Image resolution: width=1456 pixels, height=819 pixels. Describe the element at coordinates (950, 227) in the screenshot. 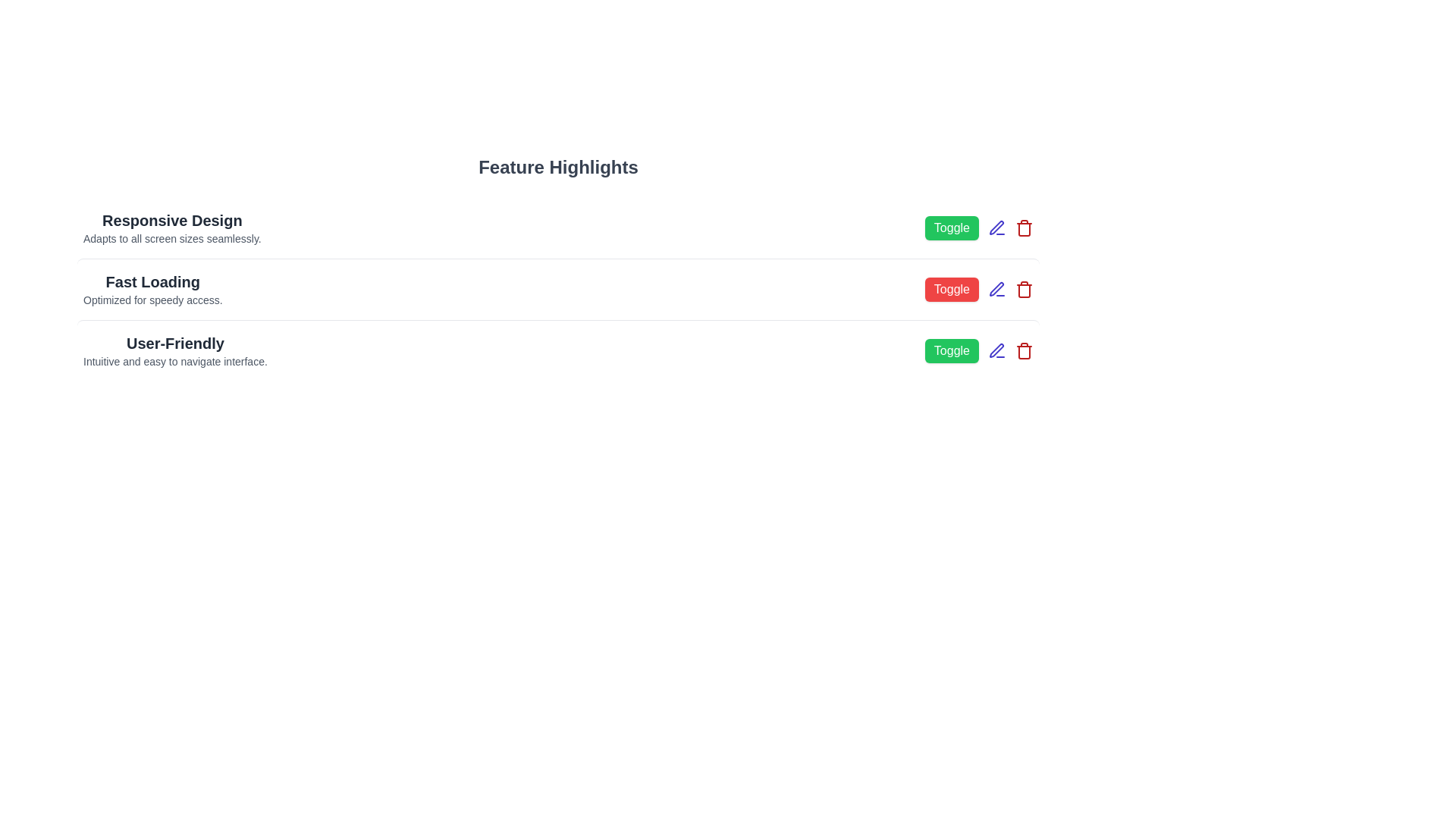

I see `the 'Toggle' button next to the feature with name Responsive Design` at that location.